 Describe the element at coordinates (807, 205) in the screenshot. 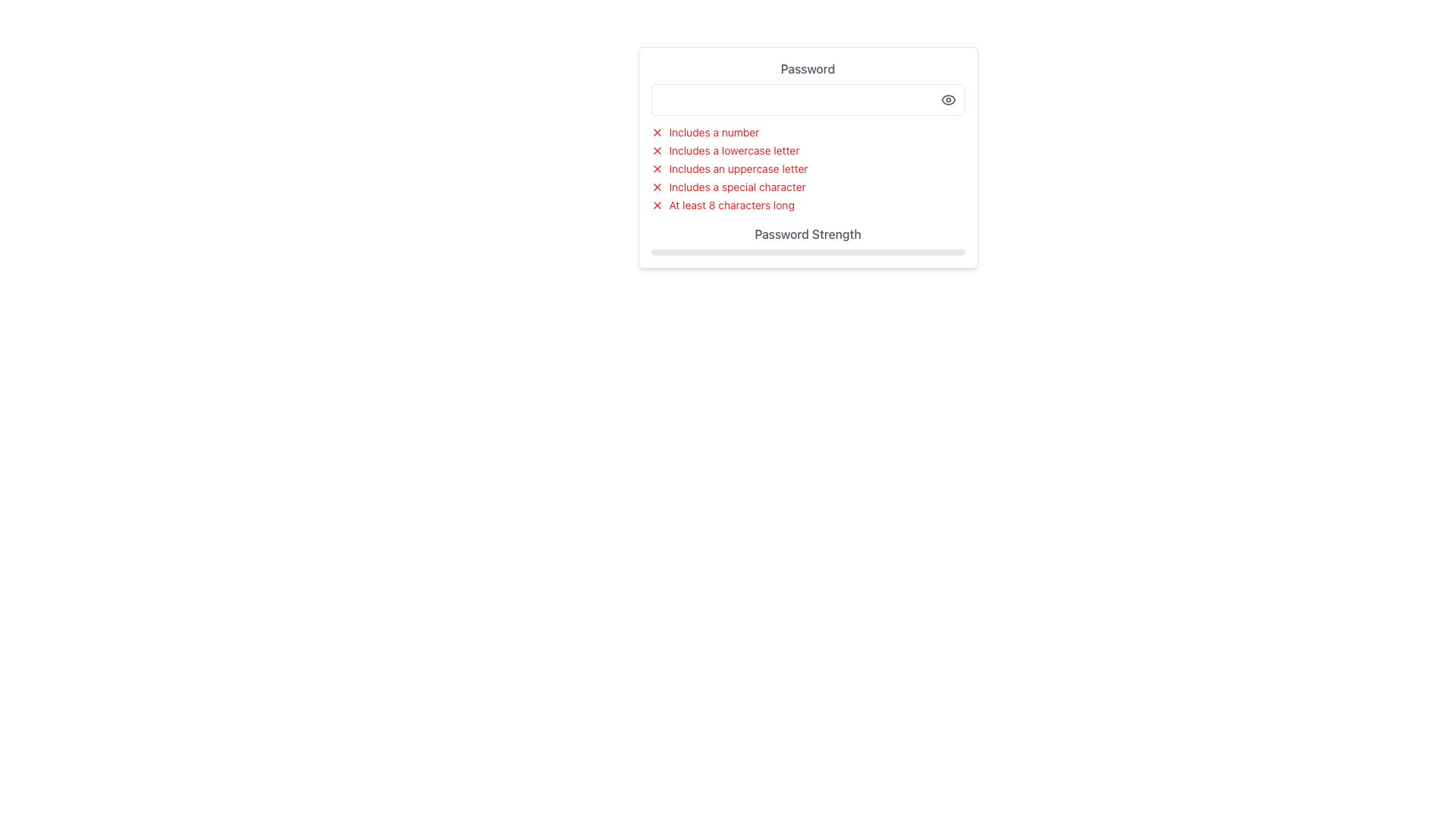

I see `the red-colored text label reading 'At least 8 characters long' with a red cross icon, positioned as the fifth item in the list of password instruction criteria` at that location.